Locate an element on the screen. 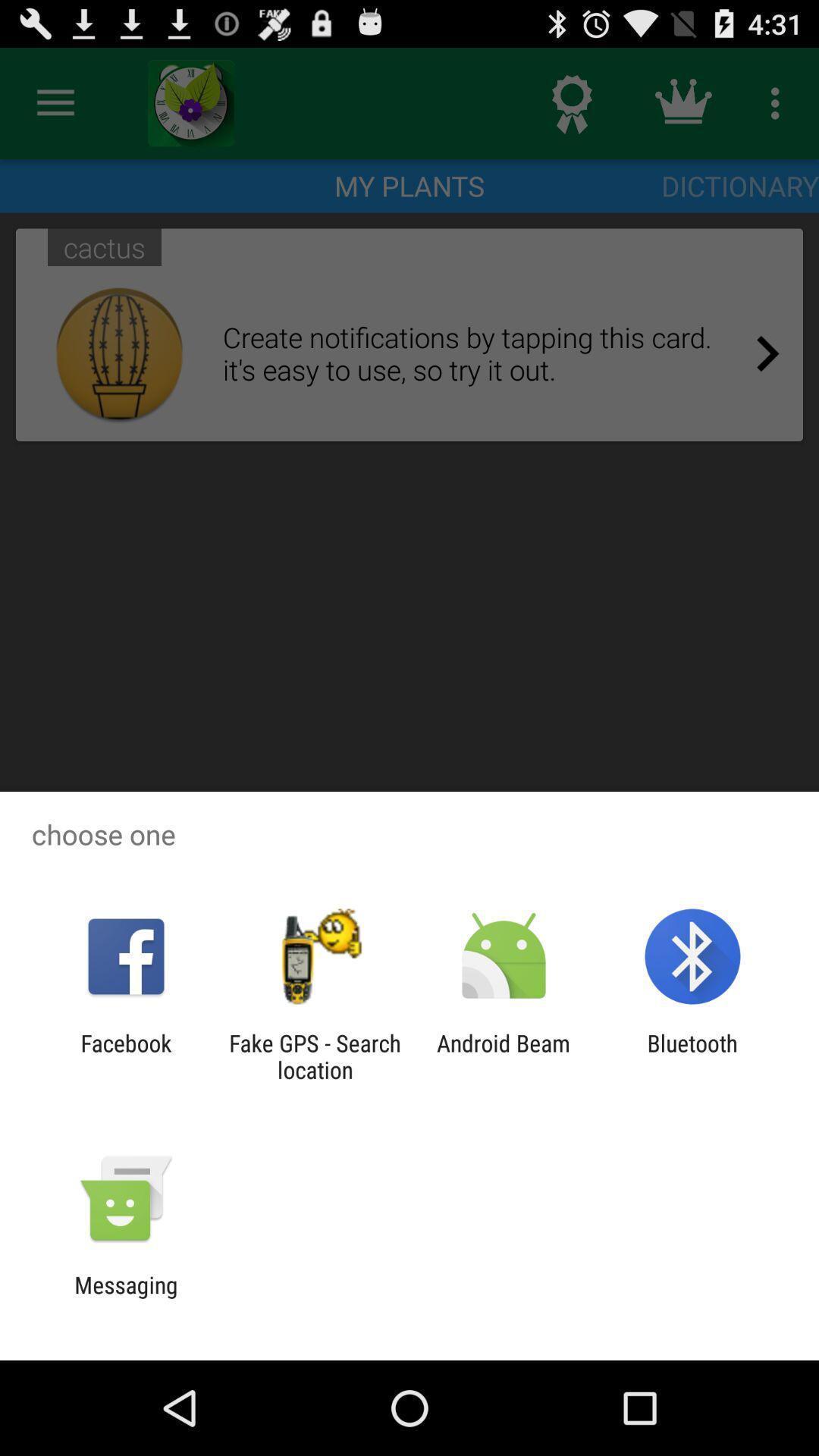 Image resolution: width=819 pixels, height=1456 pixels. the app next to android beam icon is located at coordinates (692, 1056).